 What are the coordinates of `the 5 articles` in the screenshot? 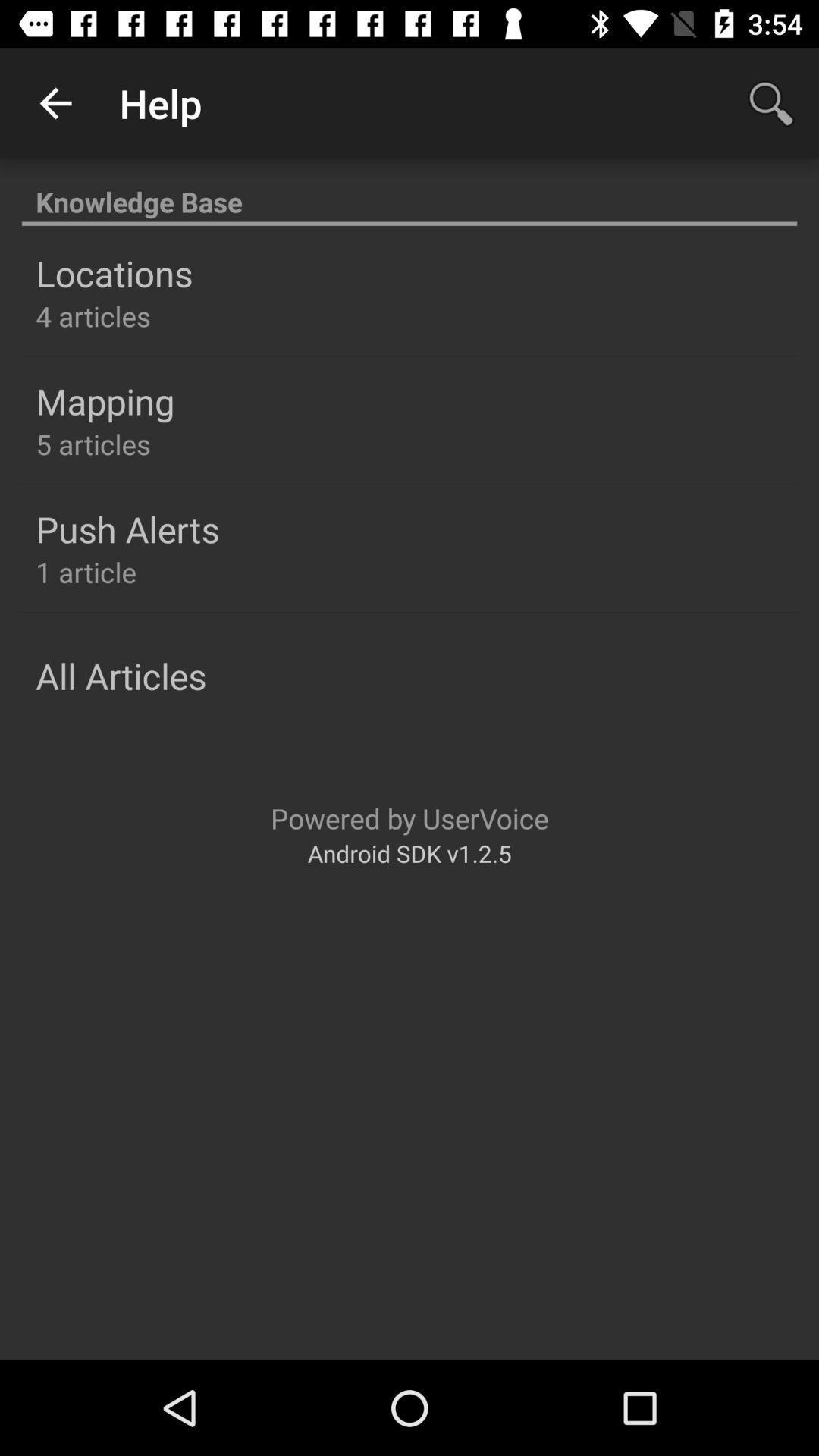 It's located at (93, 443).